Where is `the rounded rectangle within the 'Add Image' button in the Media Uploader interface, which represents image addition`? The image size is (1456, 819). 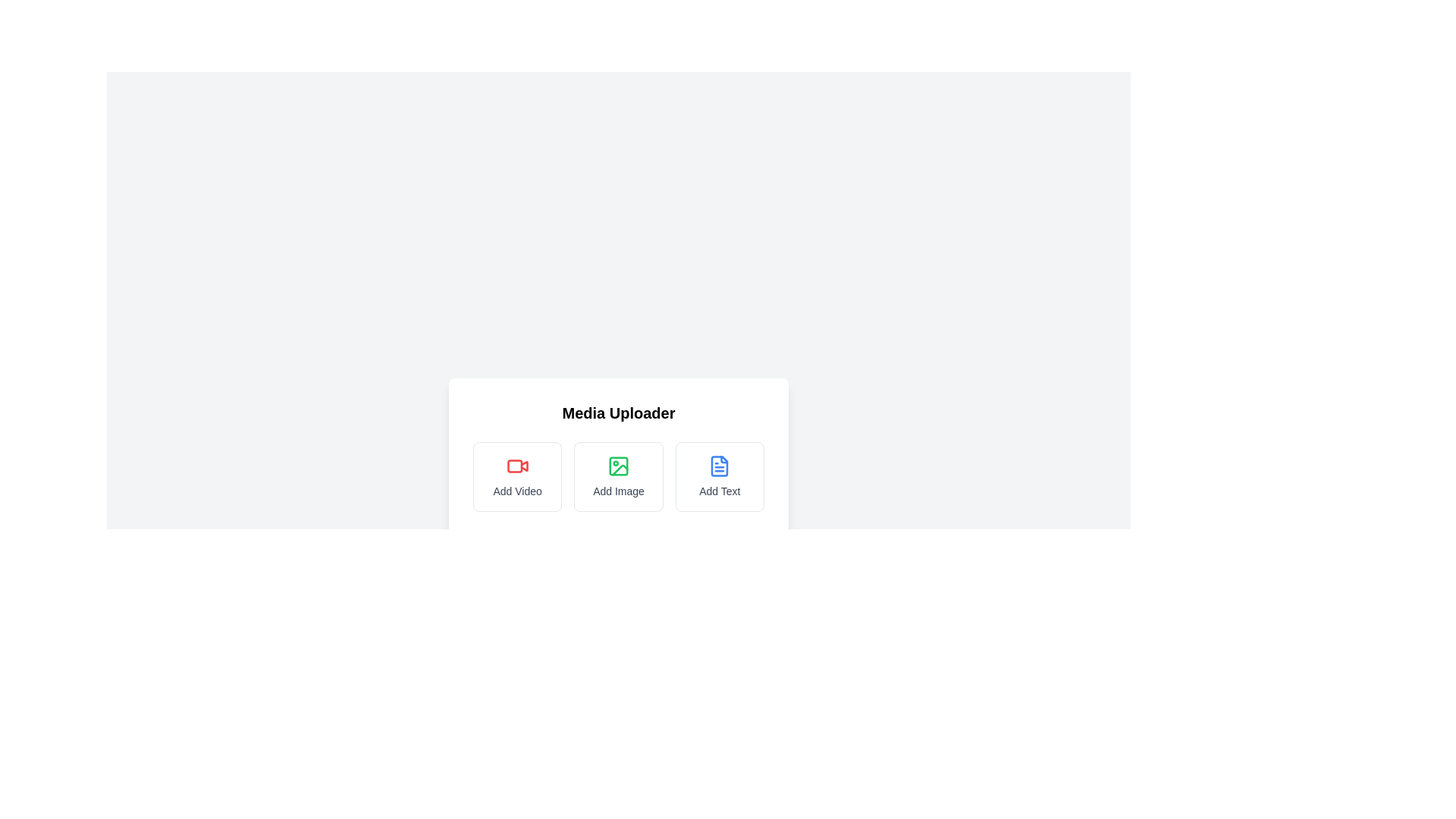 the rounded rectangle within the 'Add Image' button in the Media Uploader interface, which represents image addition is located at coordinates (619, 465).